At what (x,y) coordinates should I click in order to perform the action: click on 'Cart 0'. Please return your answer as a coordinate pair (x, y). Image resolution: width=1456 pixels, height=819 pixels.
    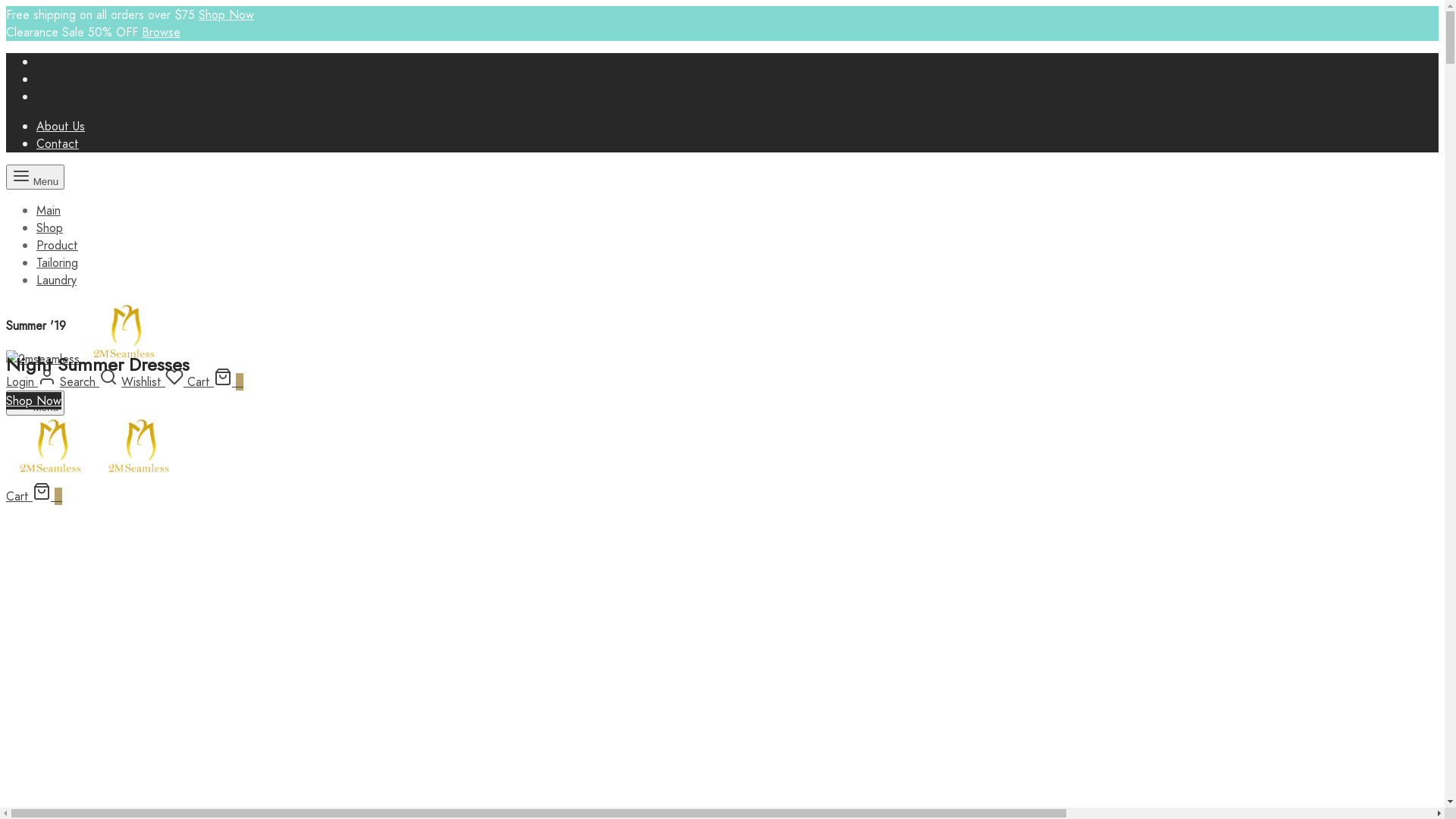
    Looking at the image, I should click on (214, 381).